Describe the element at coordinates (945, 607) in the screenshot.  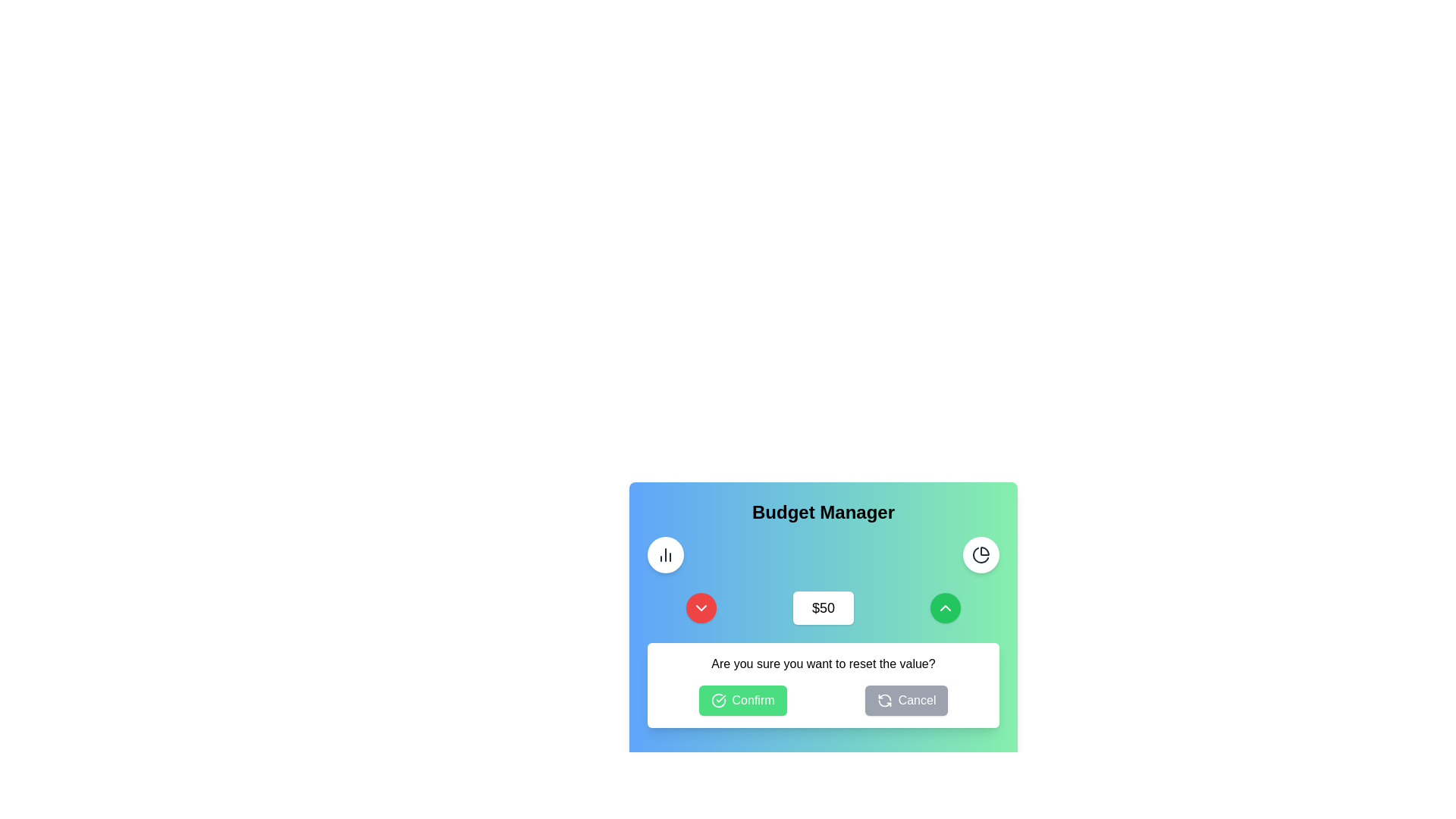
I see `the icon within the green circular button located in the upper-right quadrant of the floating card interface to increment the numeric value nearby` at that location.